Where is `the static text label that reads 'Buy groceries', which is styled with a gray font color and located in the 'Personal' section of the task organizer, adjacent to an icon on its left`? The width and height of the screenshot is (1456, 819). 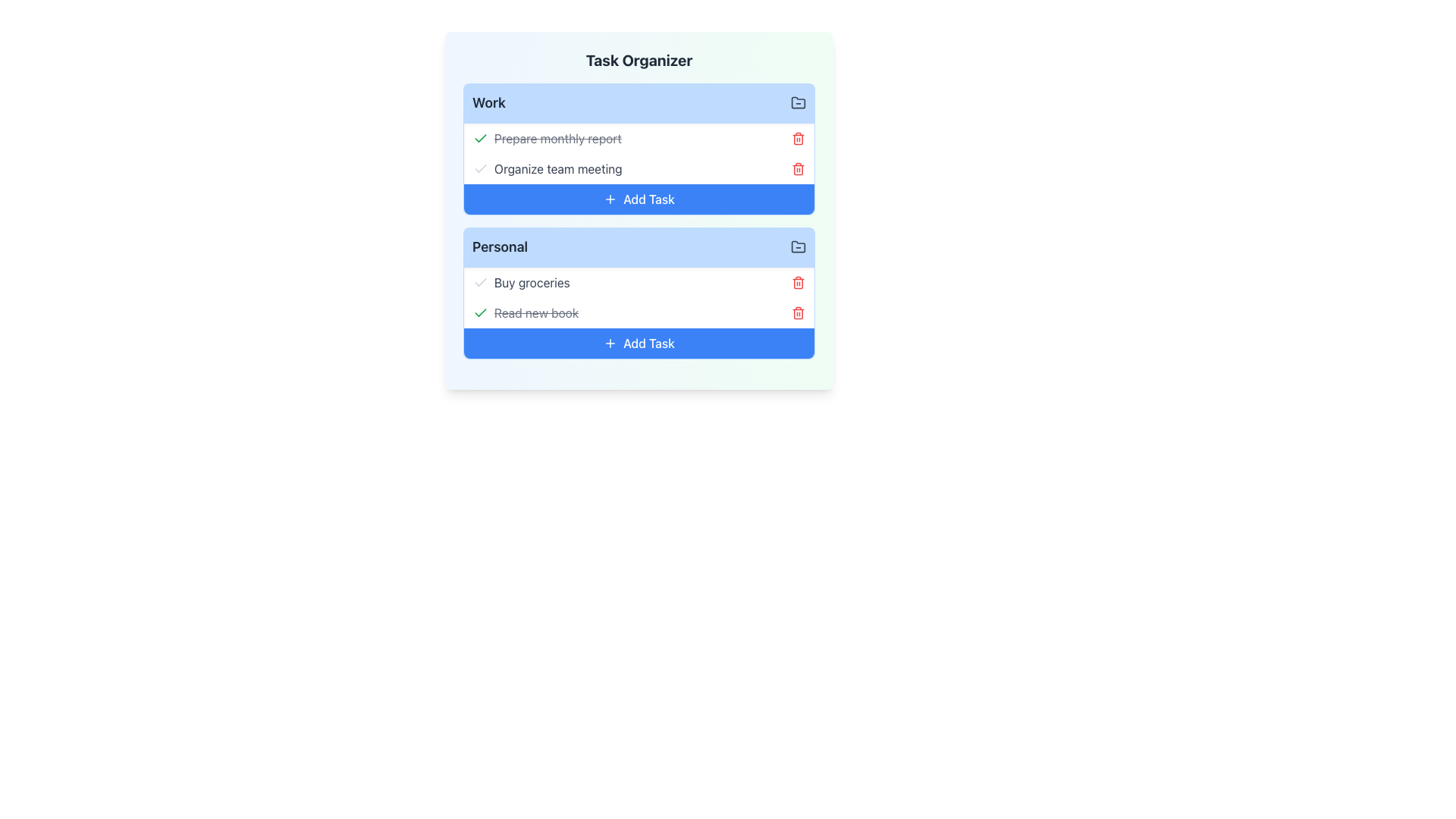
the static text label that reads 'Buy groceries', which is styled with a gray font color and located in the 'Personal' section of the task organizer, adjacent to an icon on its left is located at coordinates (532, 283).